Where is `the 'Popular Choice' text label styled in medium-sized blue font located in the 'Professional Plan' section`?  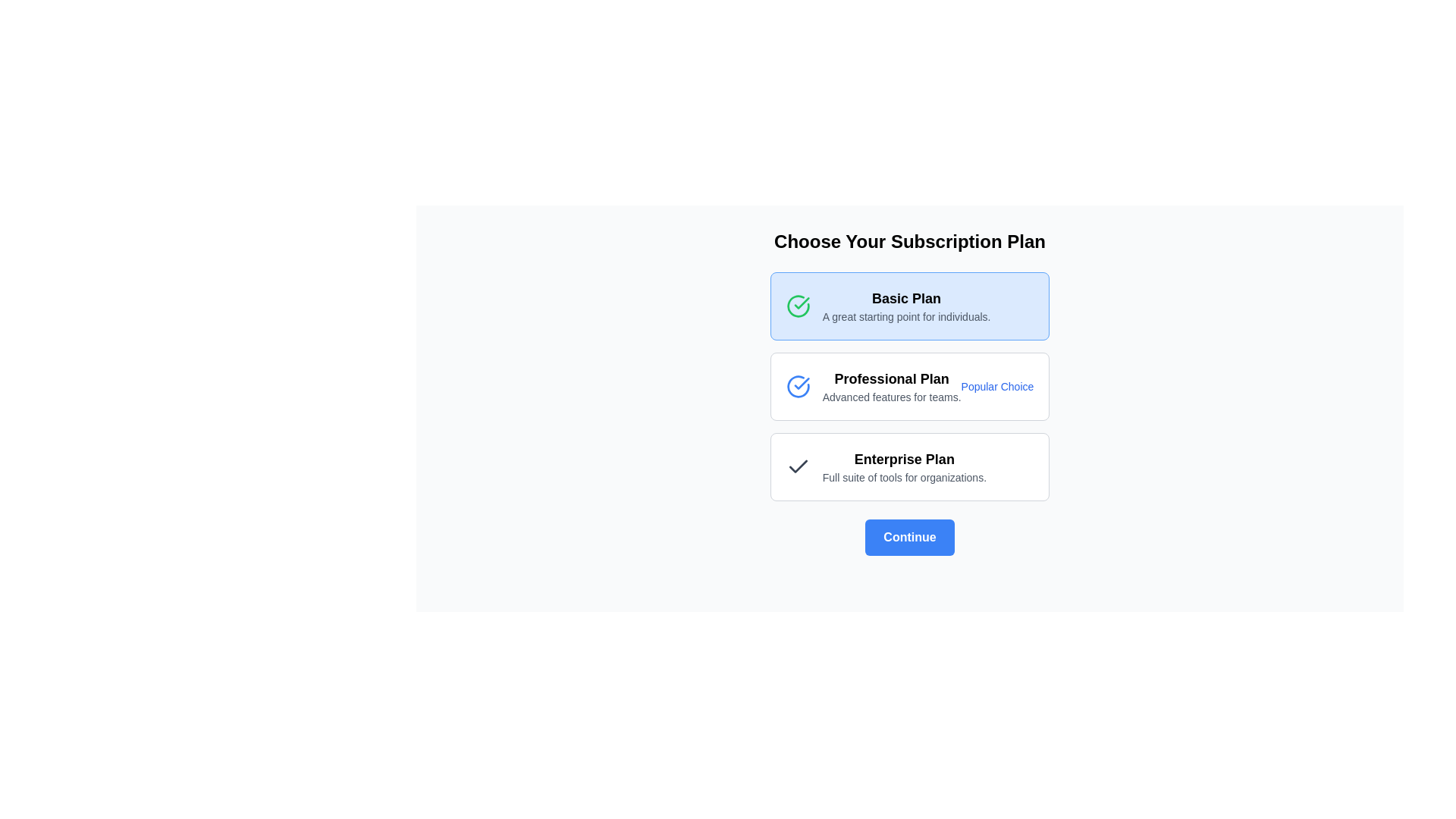 the 'Popular Choice' text label styled in medium-sized blue font located in the 'Professional Plan' section is located at coordinates (997, 385).